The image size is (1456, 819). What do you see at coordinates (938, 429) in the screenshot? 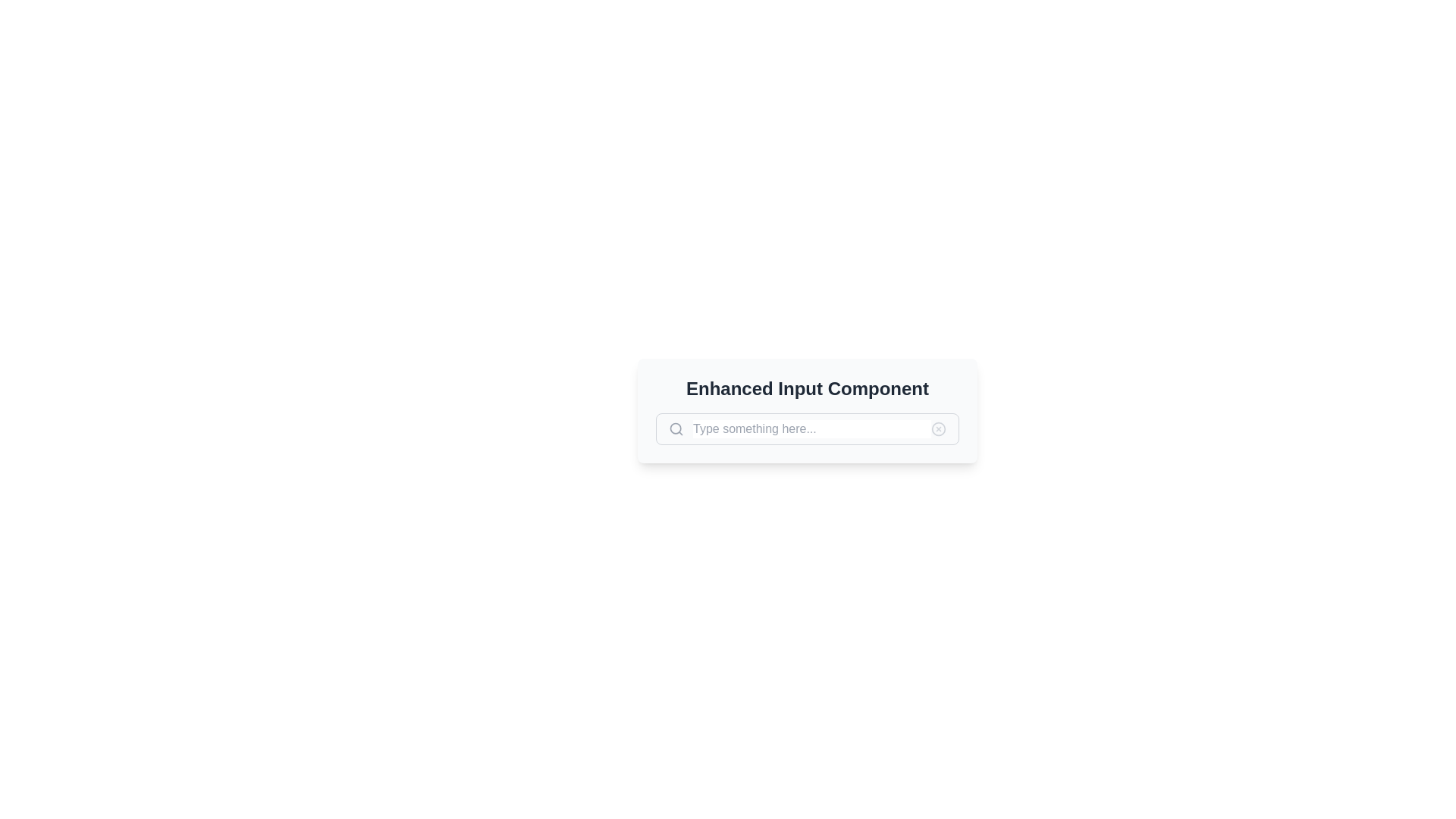
I see `the central circular component of the cancel or reset icon, which is positioned to the far-right of the text input labeled 'Type something here...'` at bounding box center [938, 429].